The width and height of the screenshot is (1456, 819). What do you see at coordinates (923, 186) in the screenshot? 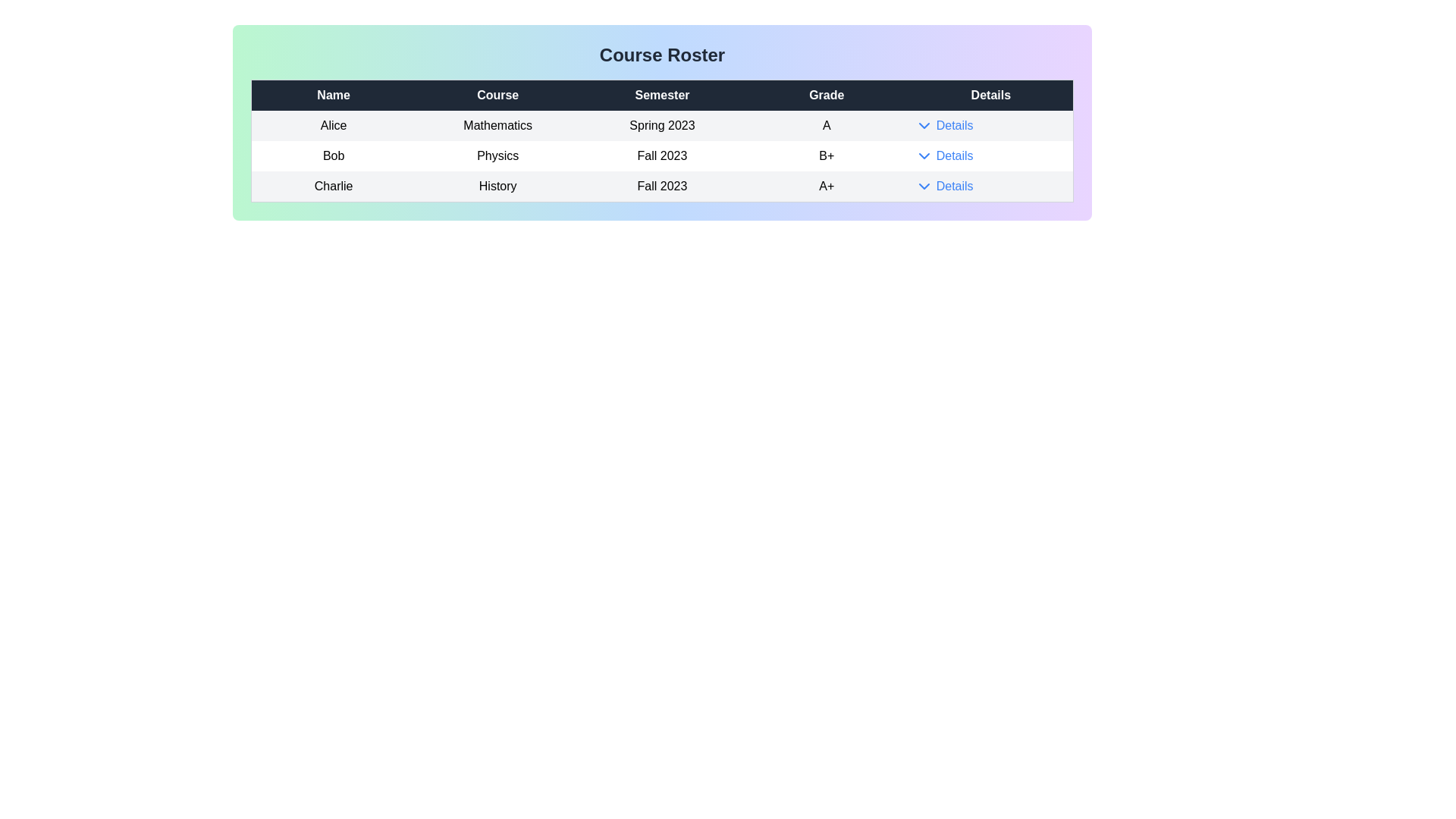
I see `the toggle icon located under the 'Details' column` at bounding box center [923, 186].